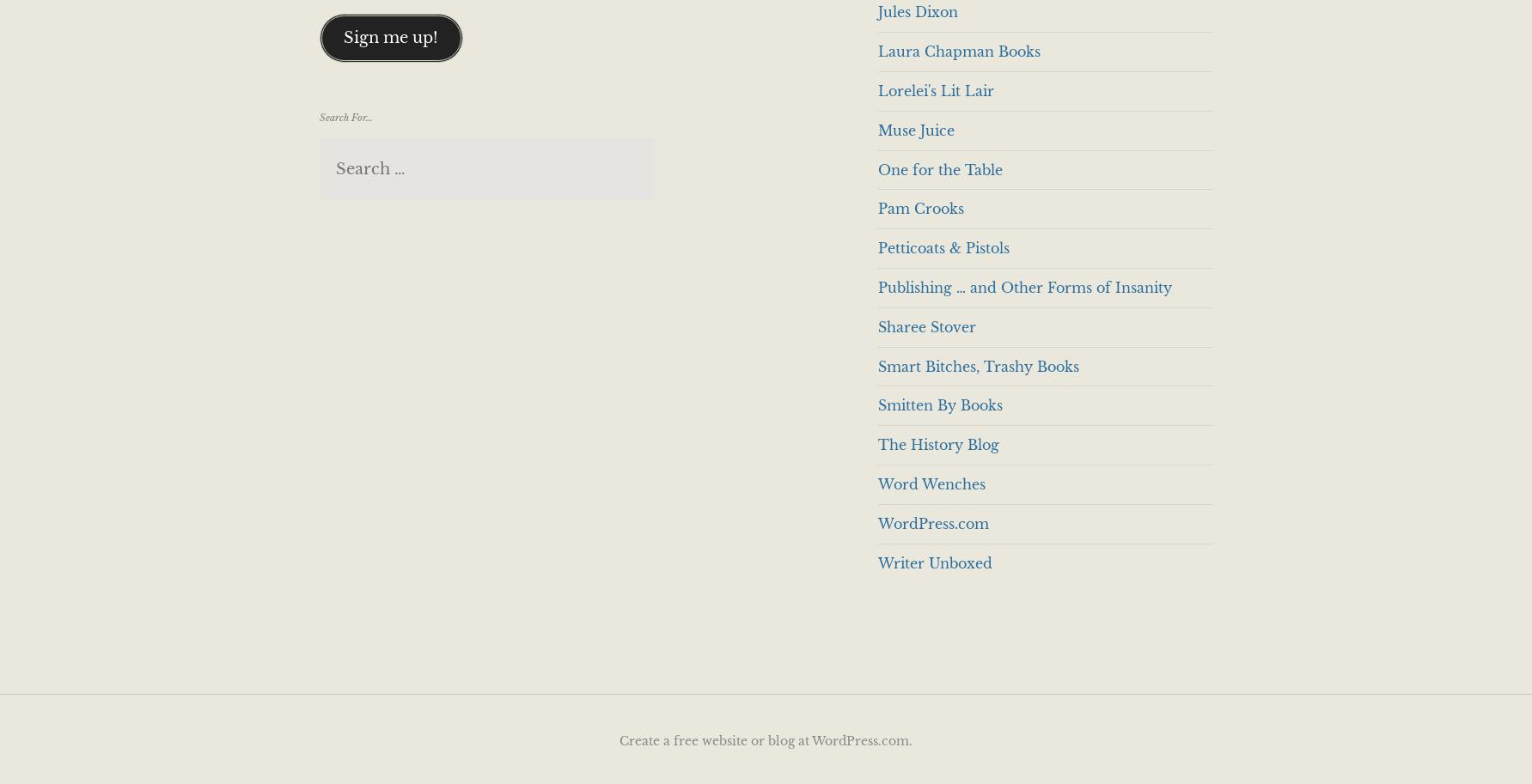 This screenshot has height=784, width=1532. What do you see at coordinates (876, 129) in the screenshot?
I see `'Muse Juice'` at bounding box center [876, 129].